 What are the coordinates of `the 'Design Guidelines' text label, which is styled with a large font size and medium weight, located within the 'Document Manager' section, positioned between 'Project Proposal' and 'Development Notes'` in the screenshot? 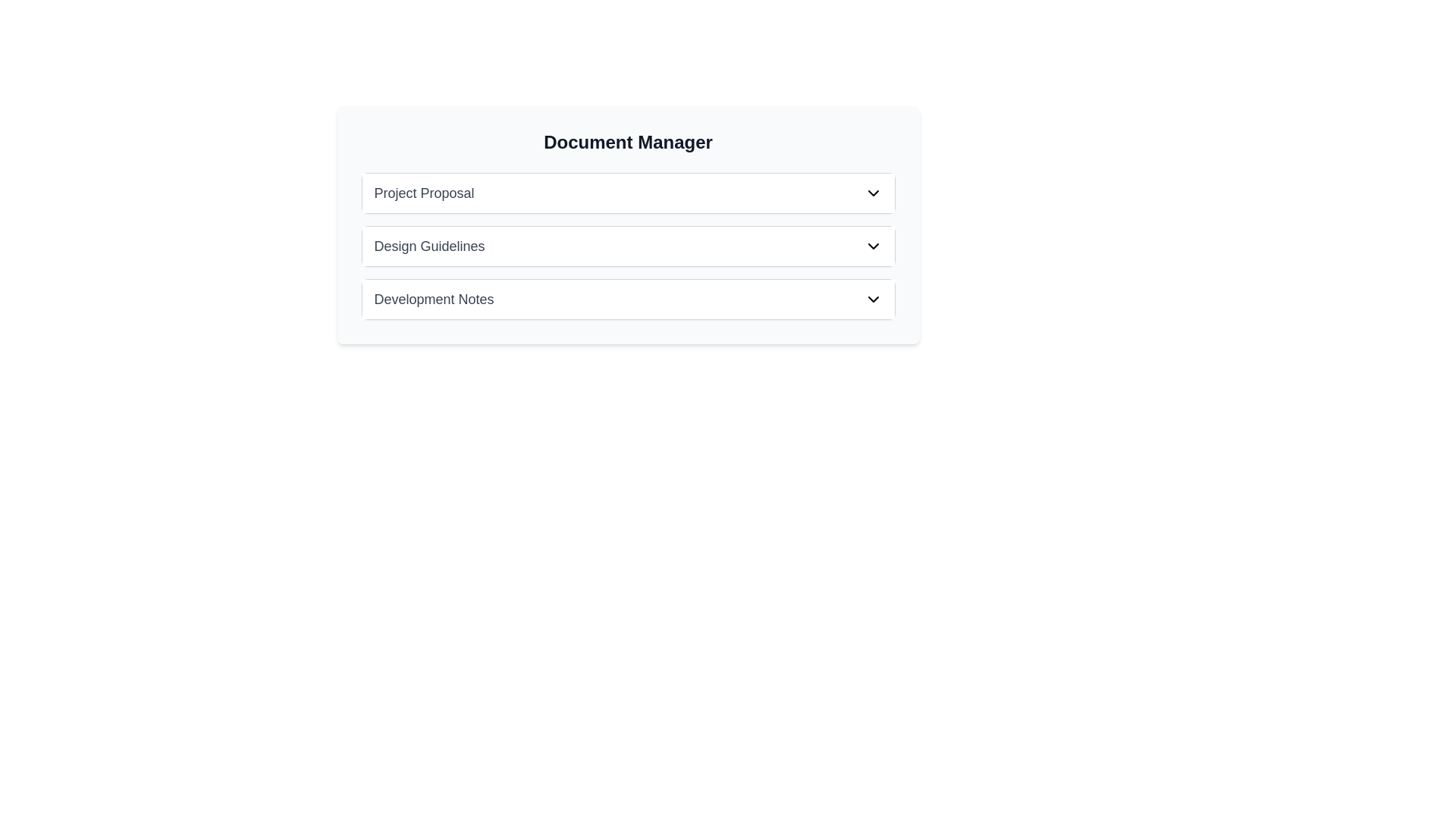 It's located at (428, 245).